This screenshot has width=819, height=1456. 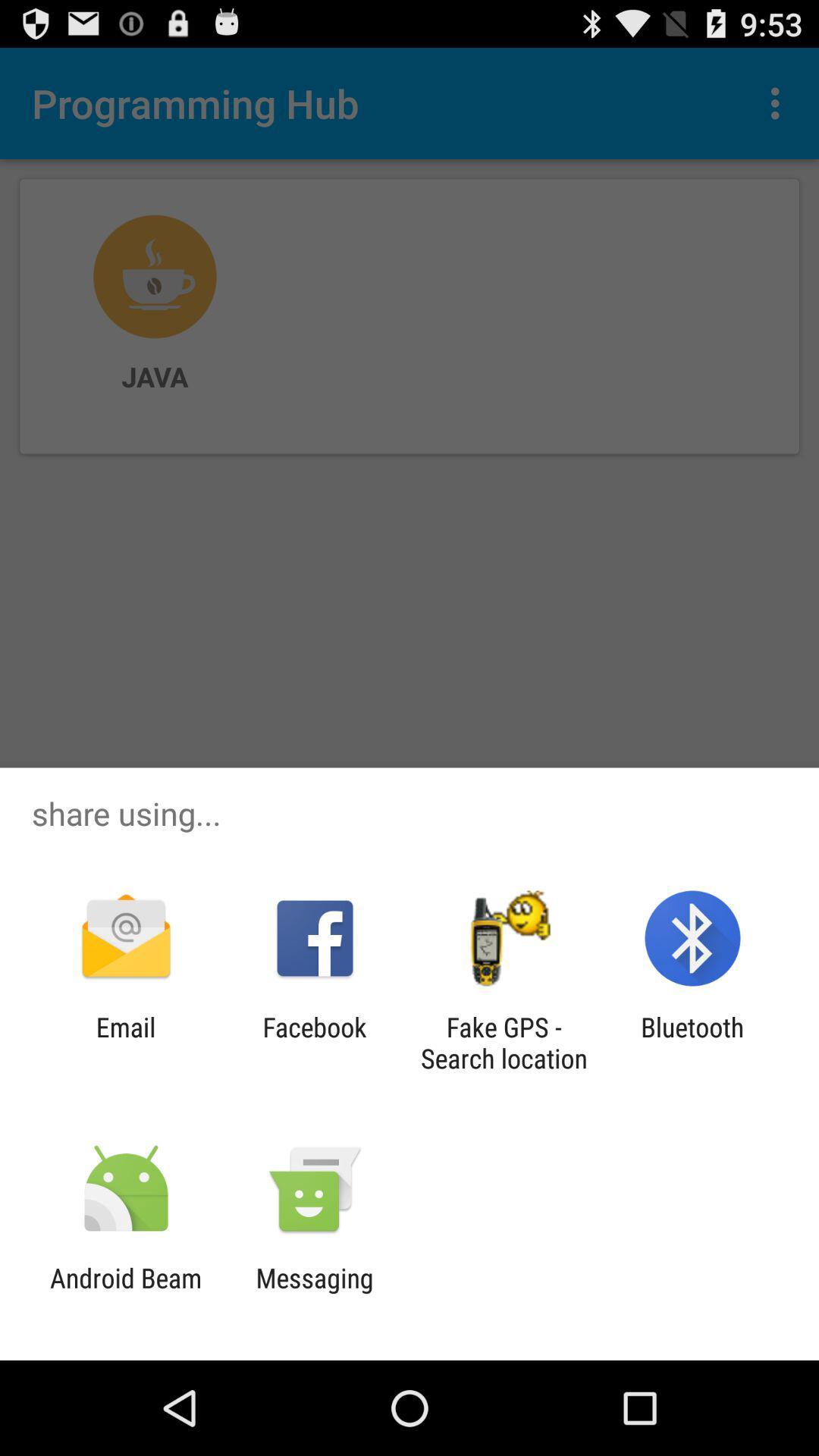 I want to click on email icon, so click(x=125, y=1042).